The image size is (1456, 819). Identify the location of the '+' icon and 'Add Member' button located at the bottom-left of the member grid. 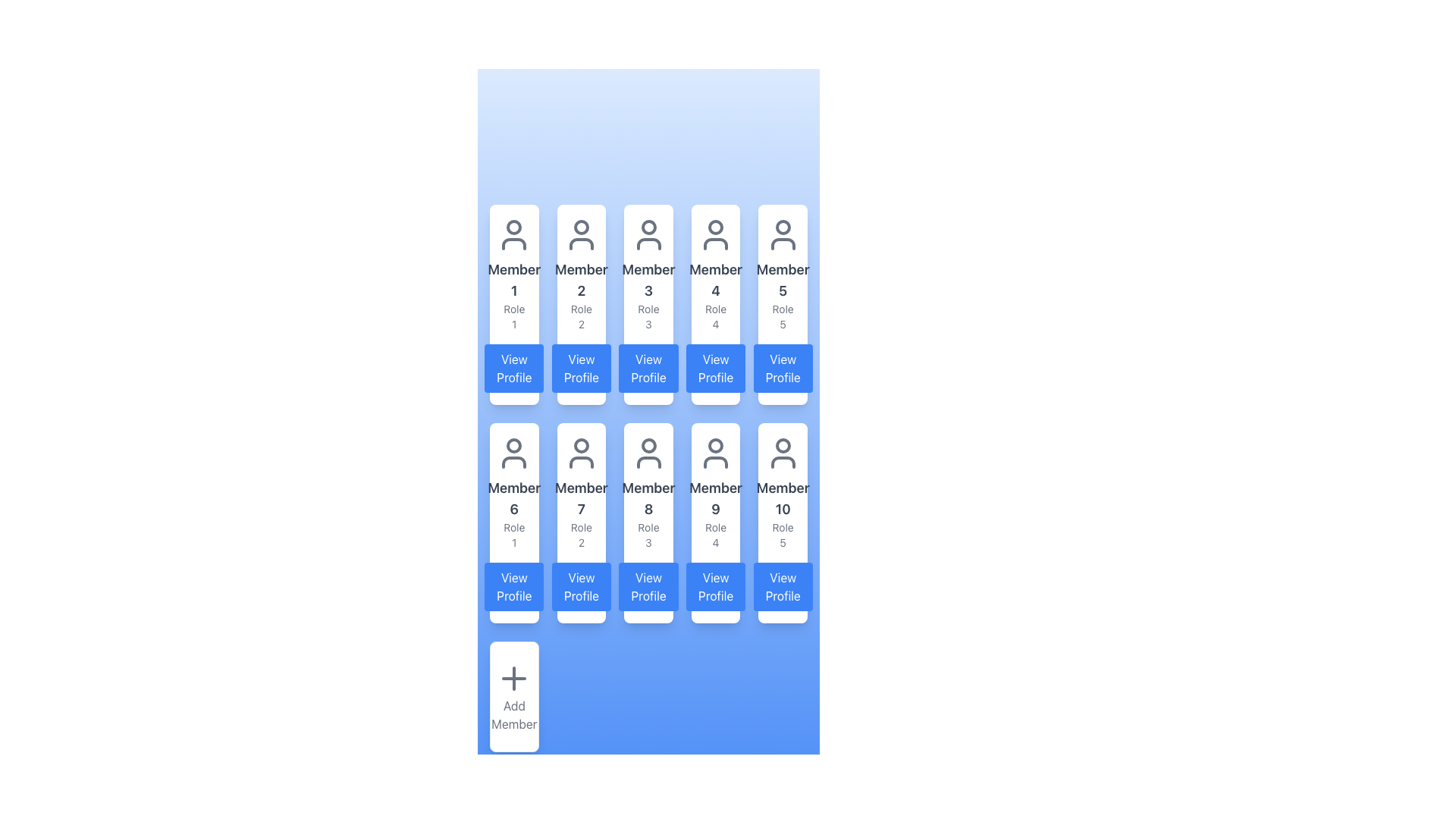
(514, 696).